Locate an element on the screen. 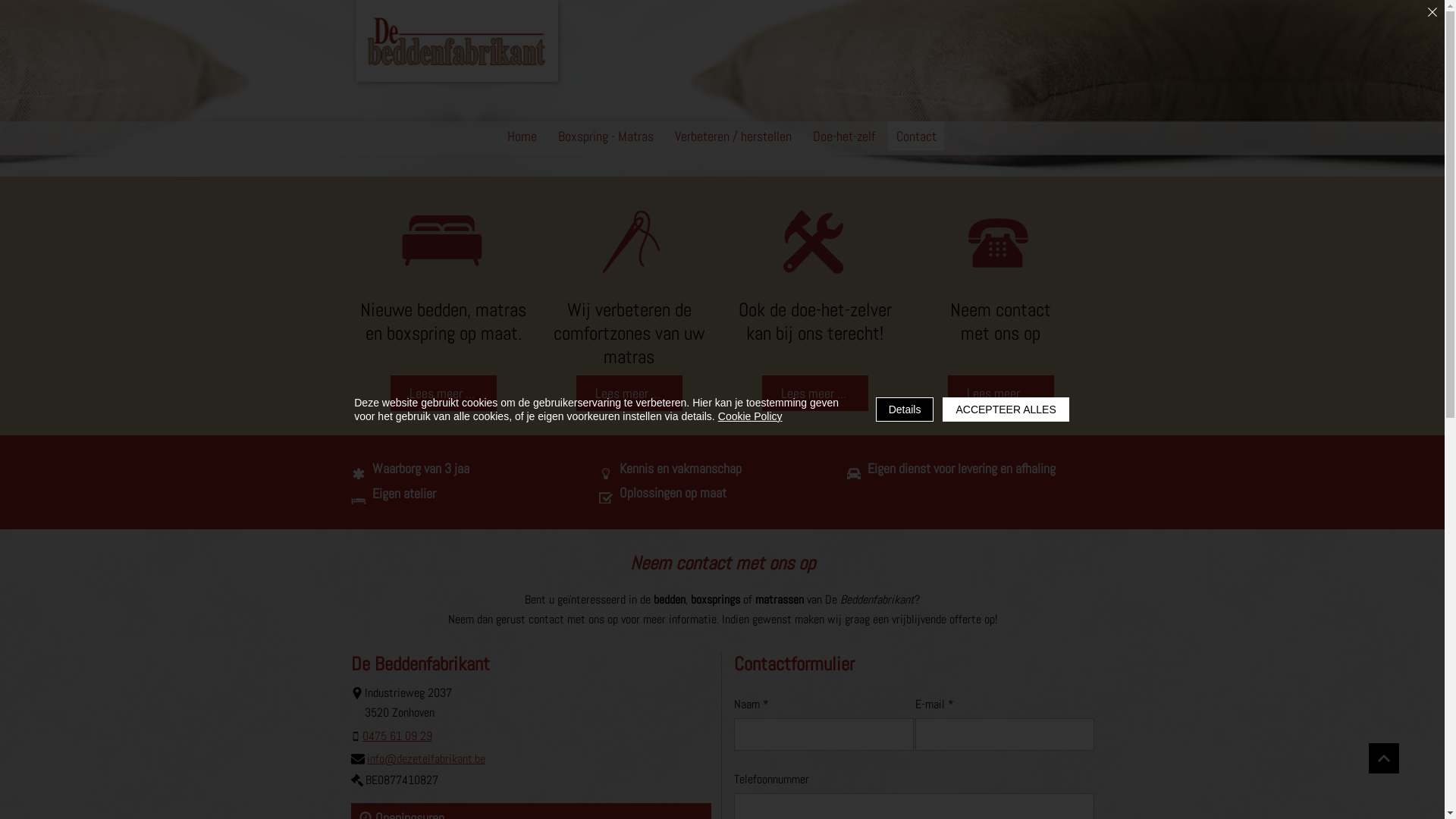 Image resolution: width=1456 pixels, height=819 pixels. 'Cookie Policy' is located at coordinates (750, 416).